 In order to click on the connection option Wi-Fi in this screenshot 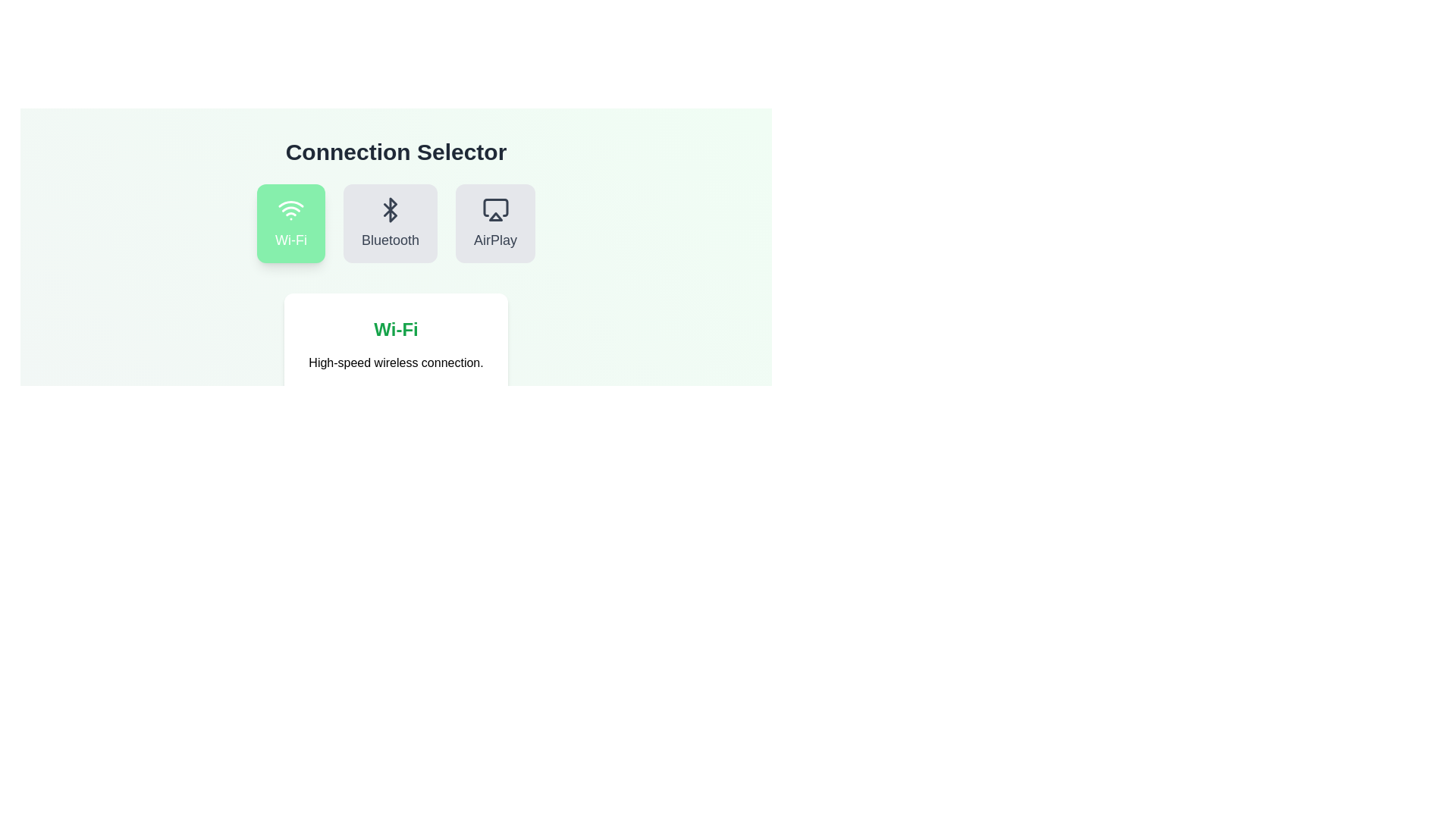, I will do `click(291, 223)`.